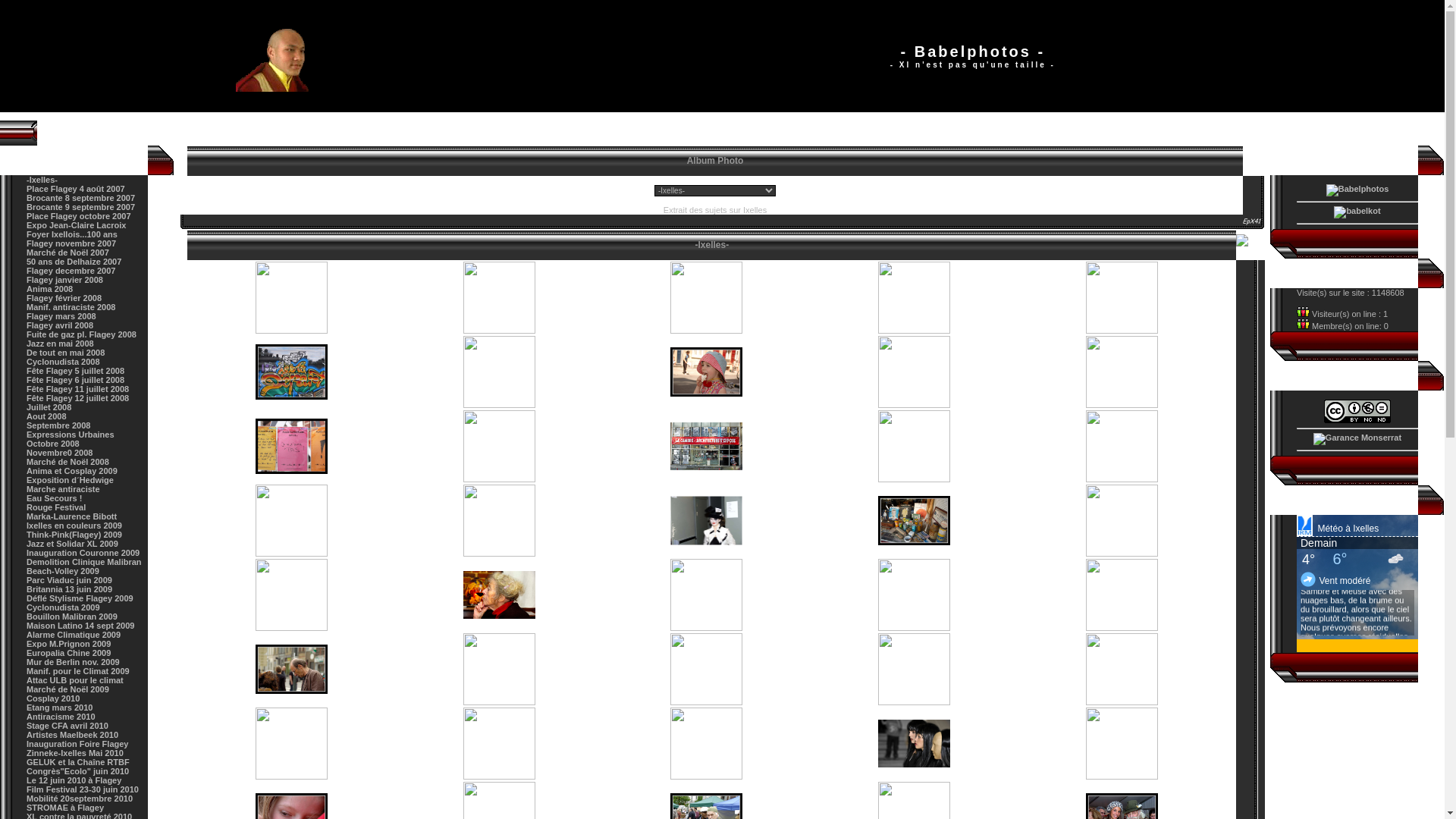 The width and height of the screenshot is (1456, 819). Describe the element at coordinates (83, 561) in the screenshot. I see `'Demolition Clinique Malibran'` at that location.